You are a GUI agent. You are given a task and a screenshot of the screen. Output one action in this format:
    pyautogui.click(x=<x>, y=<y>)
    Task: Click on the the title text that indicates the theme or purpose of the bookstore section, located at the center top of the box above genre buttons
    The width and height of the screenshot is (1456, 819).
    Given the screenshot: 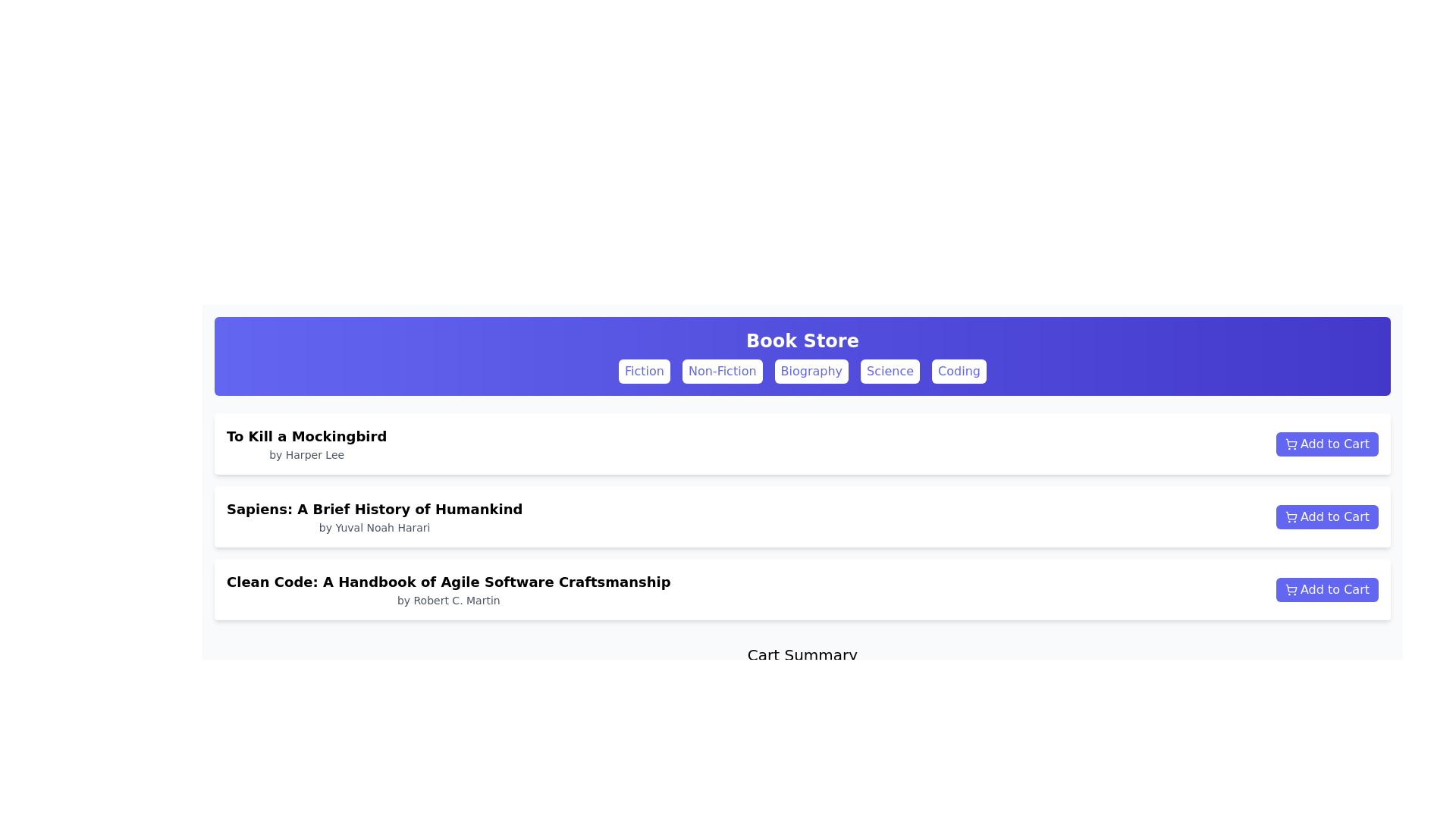 What is the action you would take?
    pyautogui.click(x=802, y=341)
    